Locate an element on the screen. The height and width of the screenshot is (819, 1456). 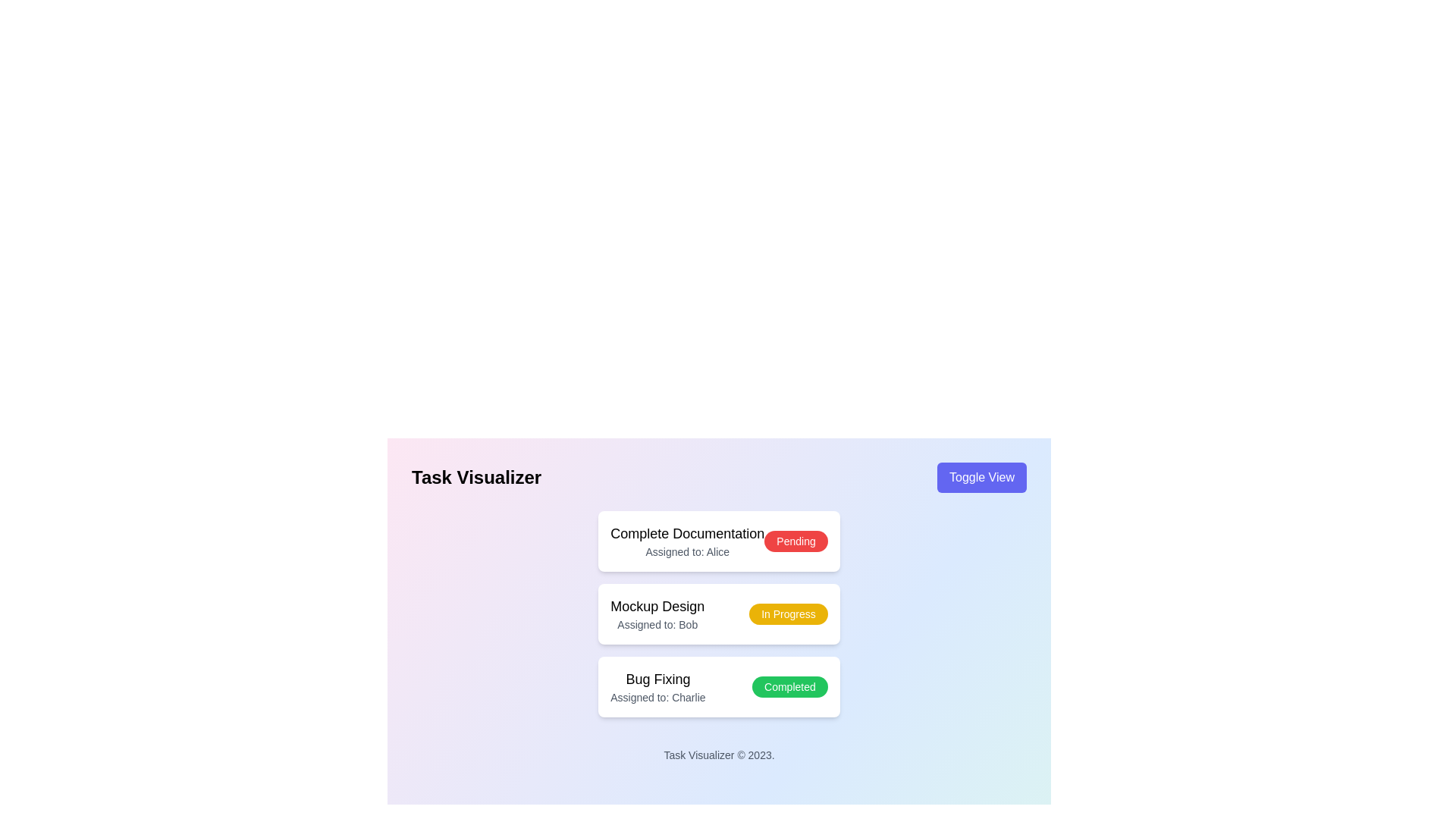
text content from the Text block displaying 'Mockup Design' and 'Assigned to: Bob', which is centrally aligned in the second task card of three listed vertically is located at coordinates (657, 614).